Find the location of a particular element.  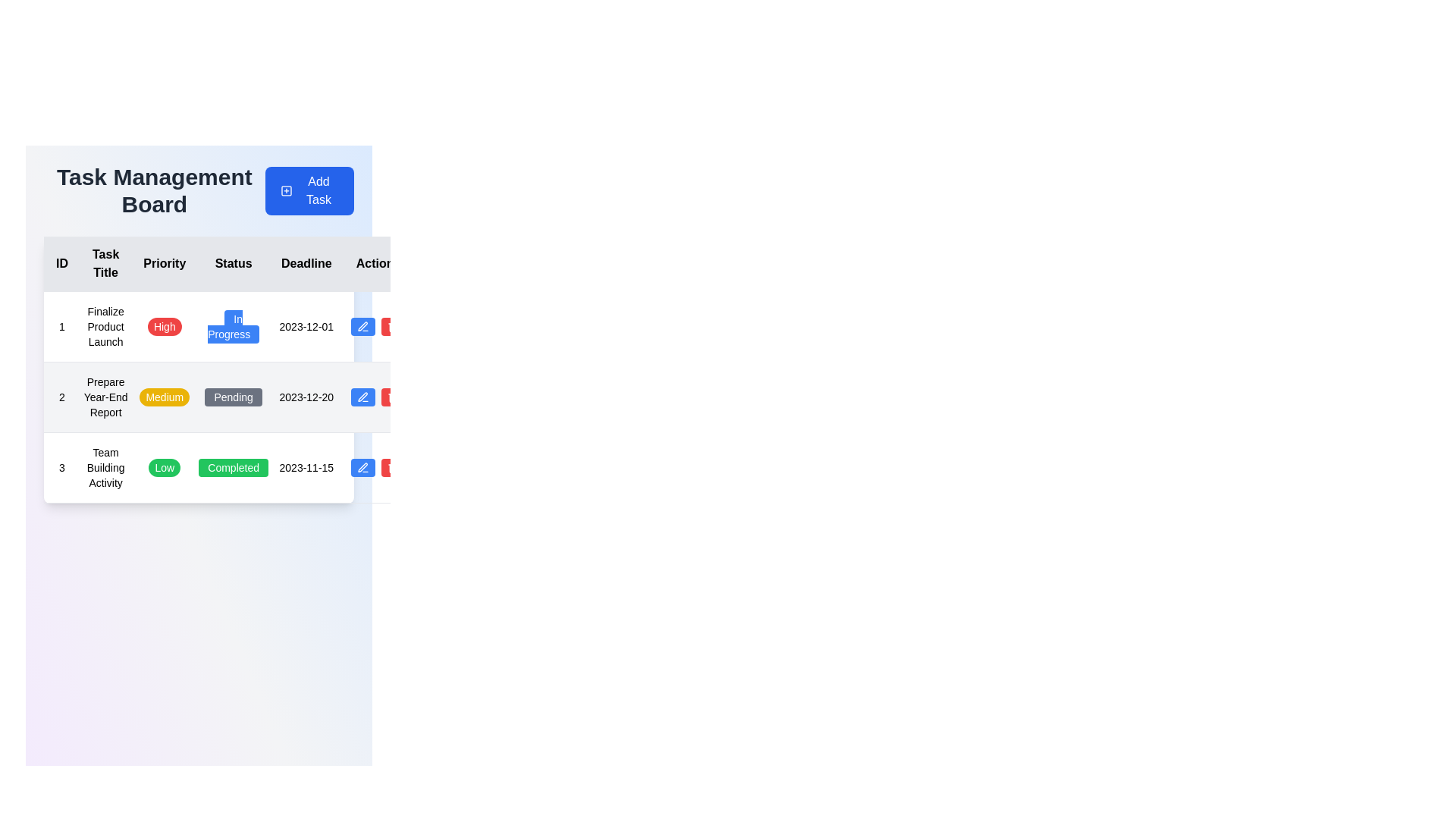

the blue button with white rounded corners and a pen icon located in the second row under the 'Action' column to initiate the edit action is located at coordinates (362, 397).